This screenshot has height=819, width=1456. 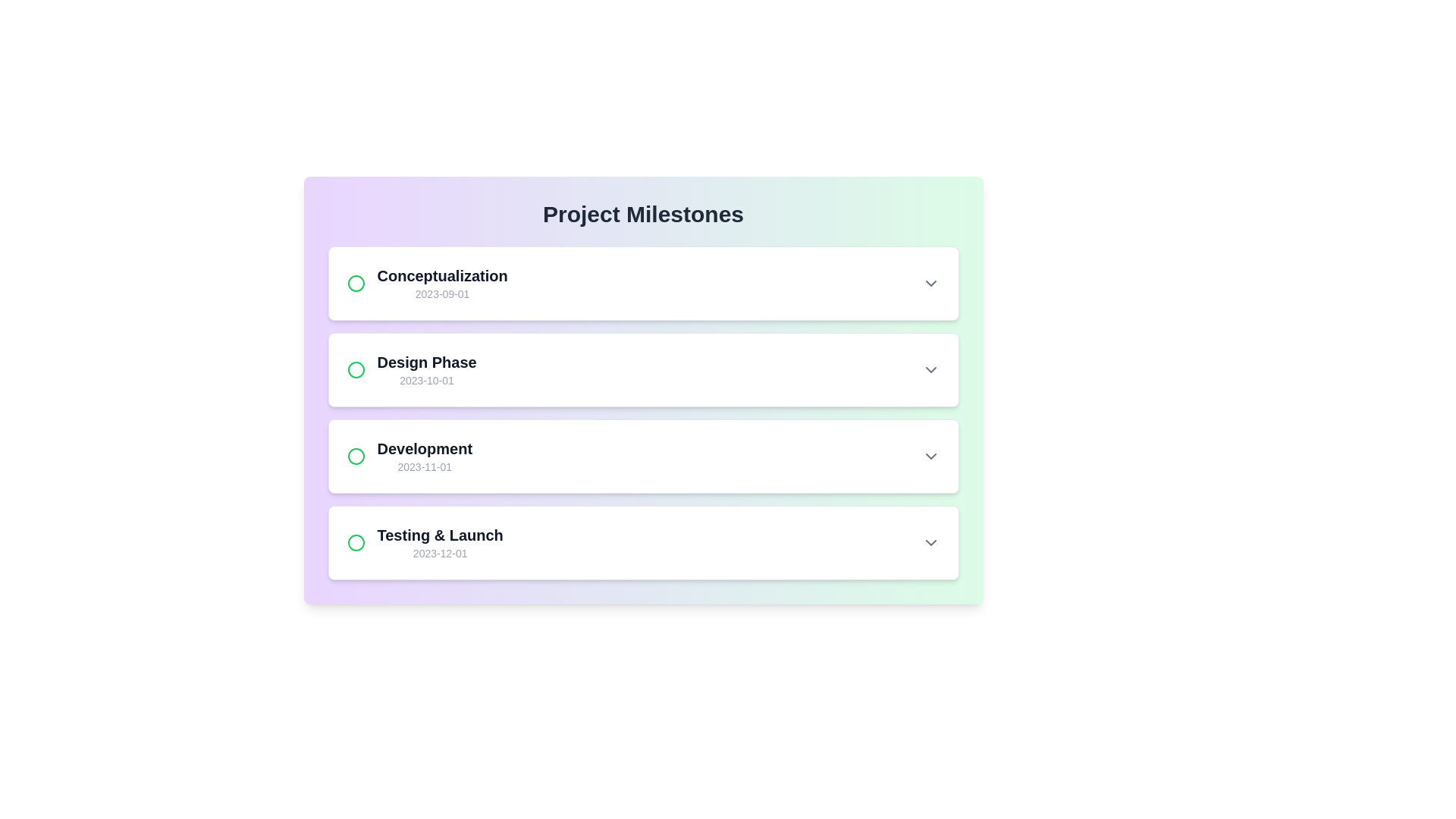 What do you see at coordinates (425, 455) in the screenshot?
I see `the third milestone in the Project Milestones section, which provides a title and associated date for tracking progress` at bounding box center [425, 455].